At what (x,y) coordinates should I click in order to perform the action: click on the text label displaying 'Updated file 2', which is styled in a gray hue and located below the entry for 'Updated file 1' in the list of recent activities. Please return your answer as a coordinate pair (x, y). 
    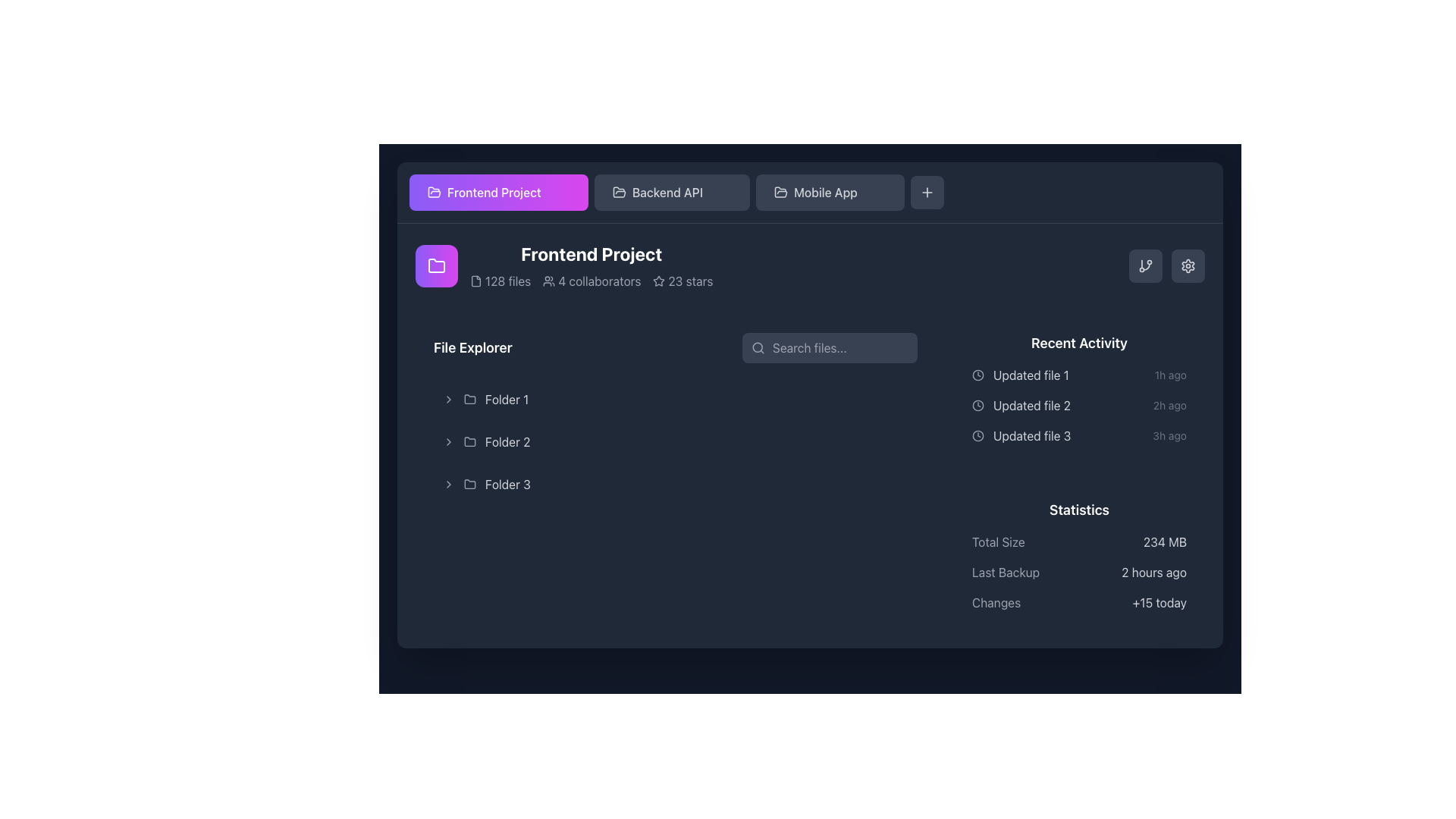
    Looking at the image, I should click on (1031, 405).